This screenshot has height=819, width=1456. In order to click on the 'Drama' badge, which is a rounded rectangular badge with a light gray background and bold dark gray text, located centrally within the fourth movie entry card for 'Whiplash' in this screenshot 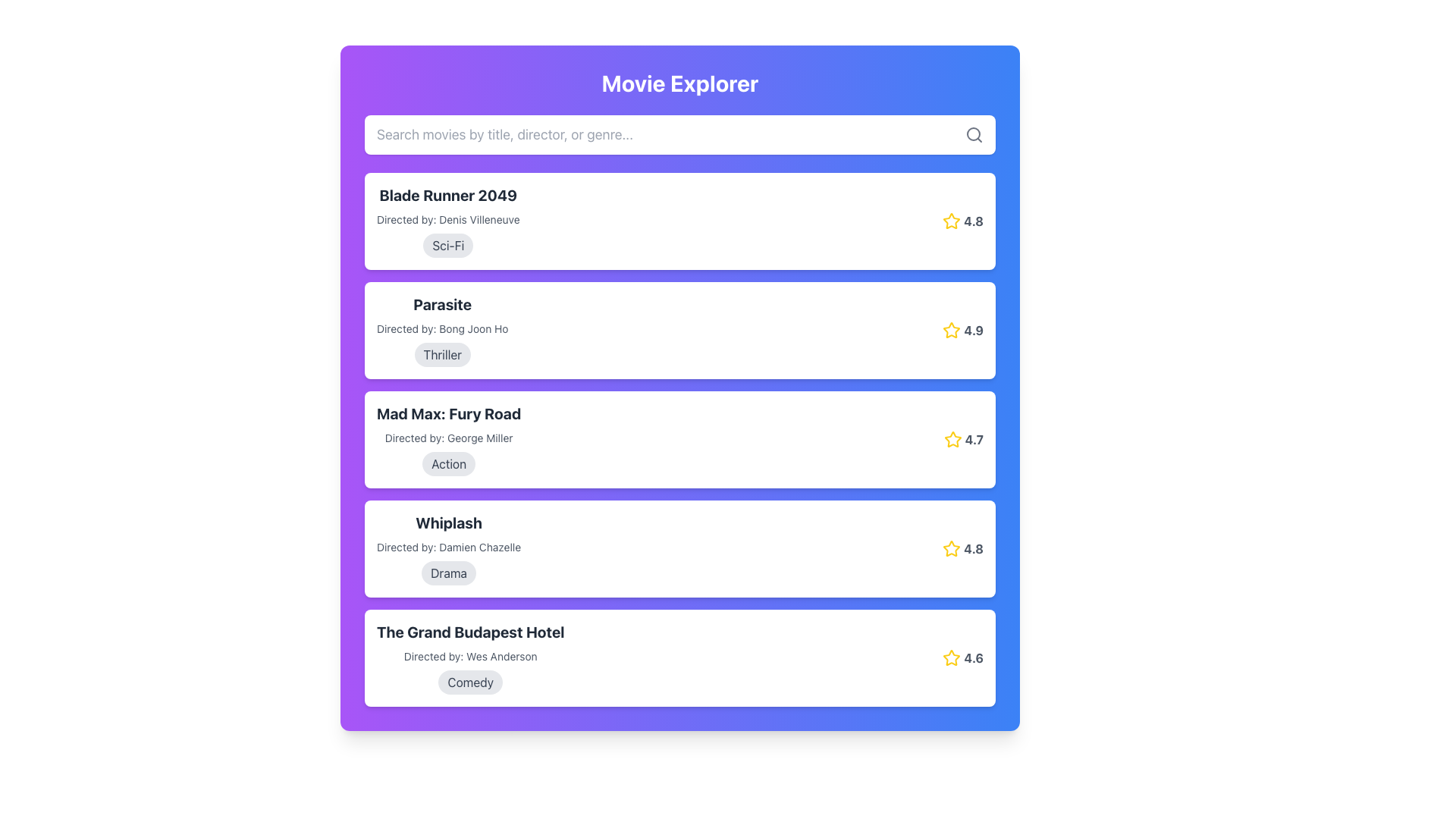, I will do `click(448, 573)`.